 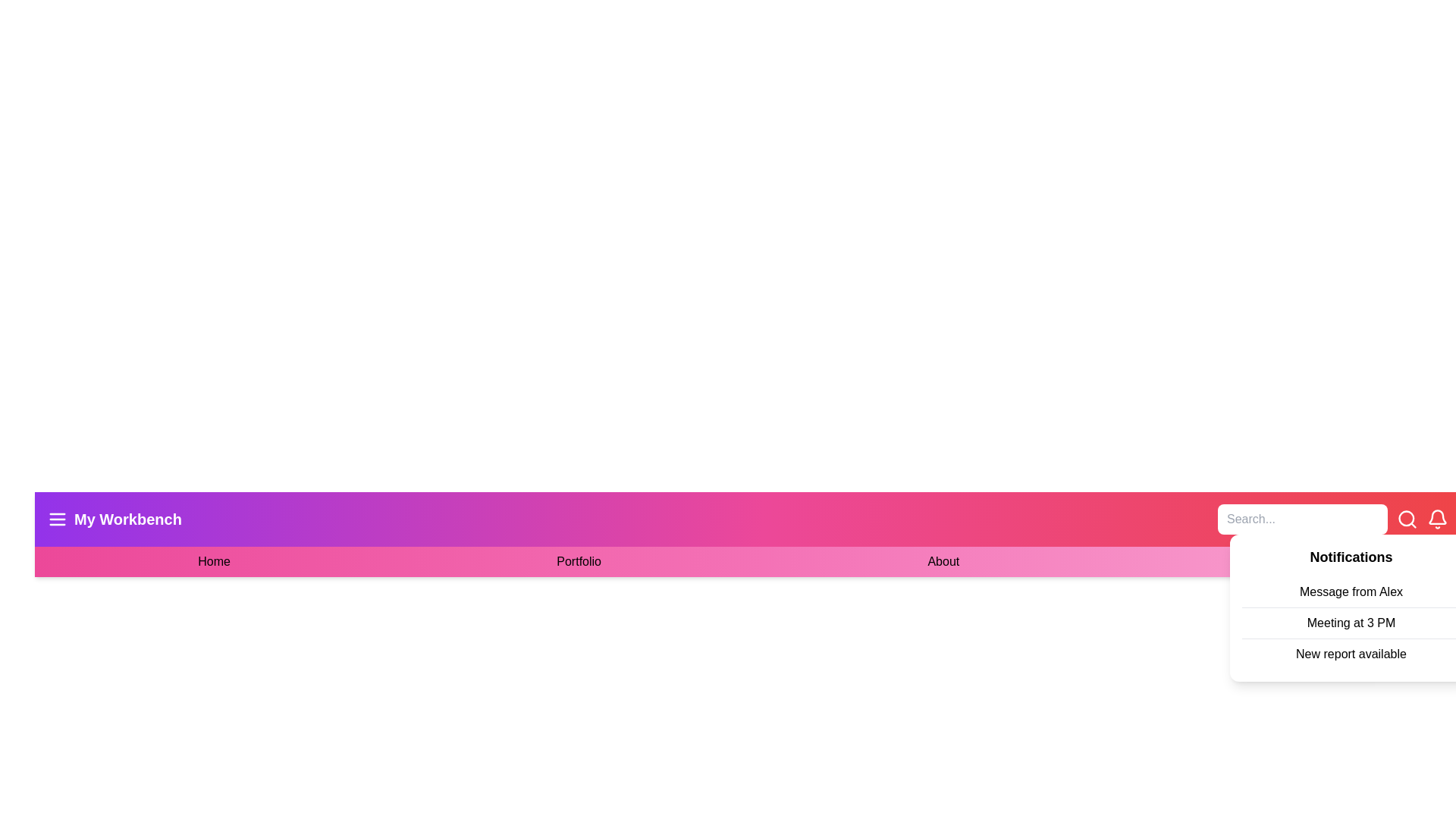 What do you see at coordinates (58, 519) in the screenshot?
I see `the compact menu icon resembling a hamburger menu, which is styled in white color and located within a square of purple background` at bounding box center [58, 519].